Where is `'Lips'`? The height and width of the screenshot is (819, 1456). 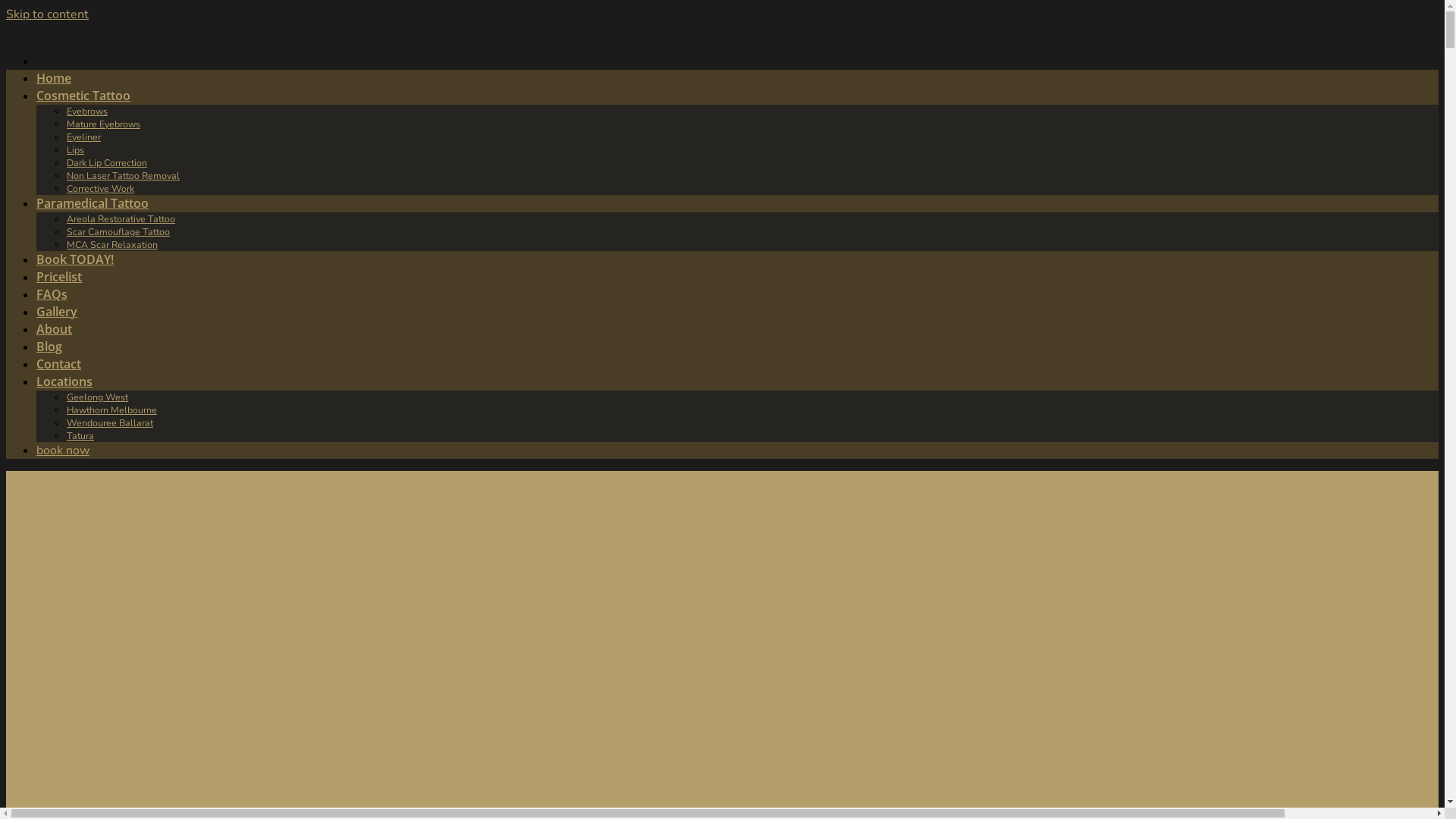
'Lips' is located at coordinates (74, 149).